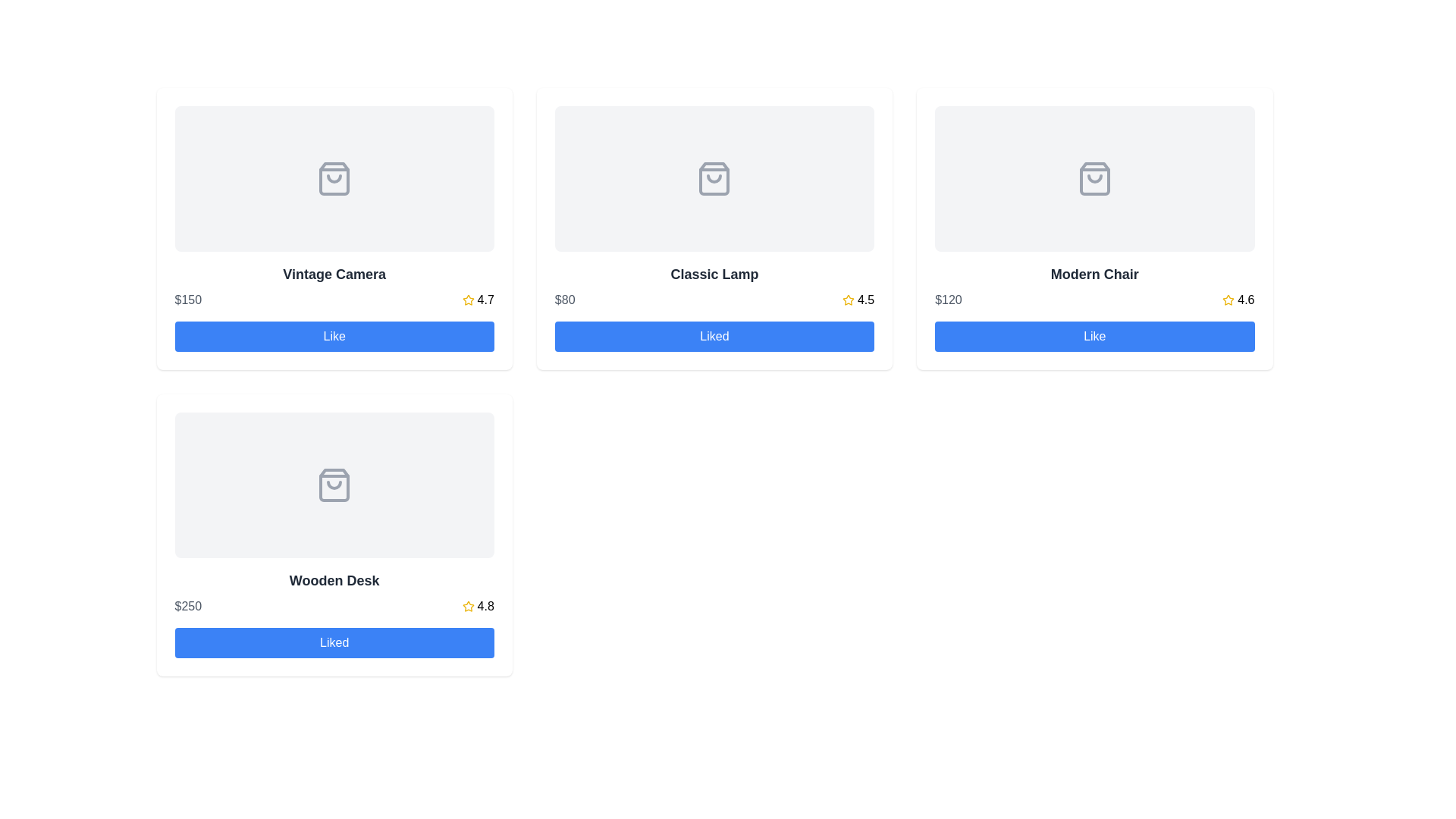  Describe the element at coordinates (1094, 177) in the screenshot. I see `the shopping icon located on the third card in the top row of the grid layout for the product 'Modern Chair'` at that location.